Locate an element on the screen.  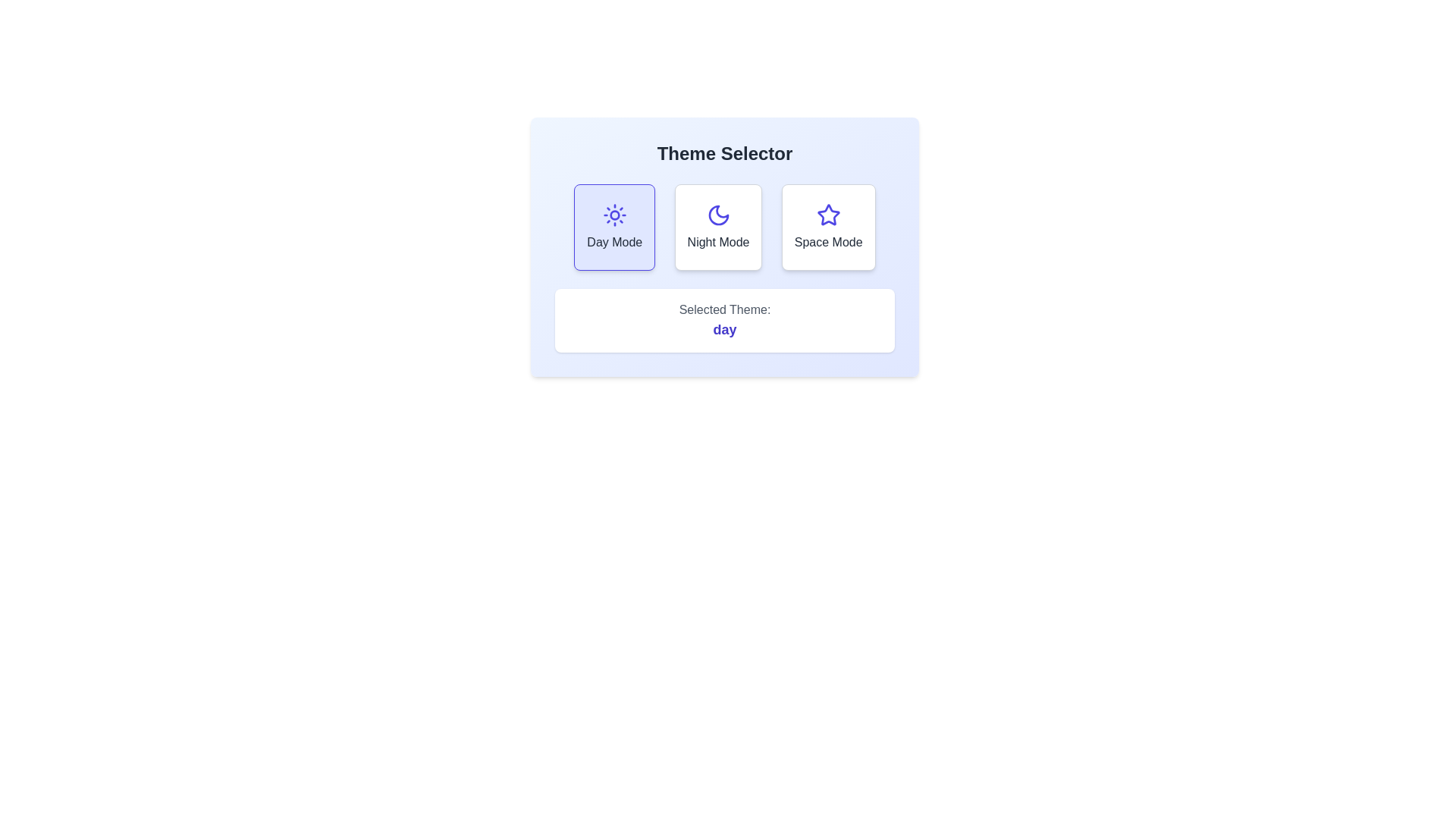
the text label describing 'Day Mode', which is centrally aligned below the sun icon in the theme selection interface is located at coordinates (614, 242).